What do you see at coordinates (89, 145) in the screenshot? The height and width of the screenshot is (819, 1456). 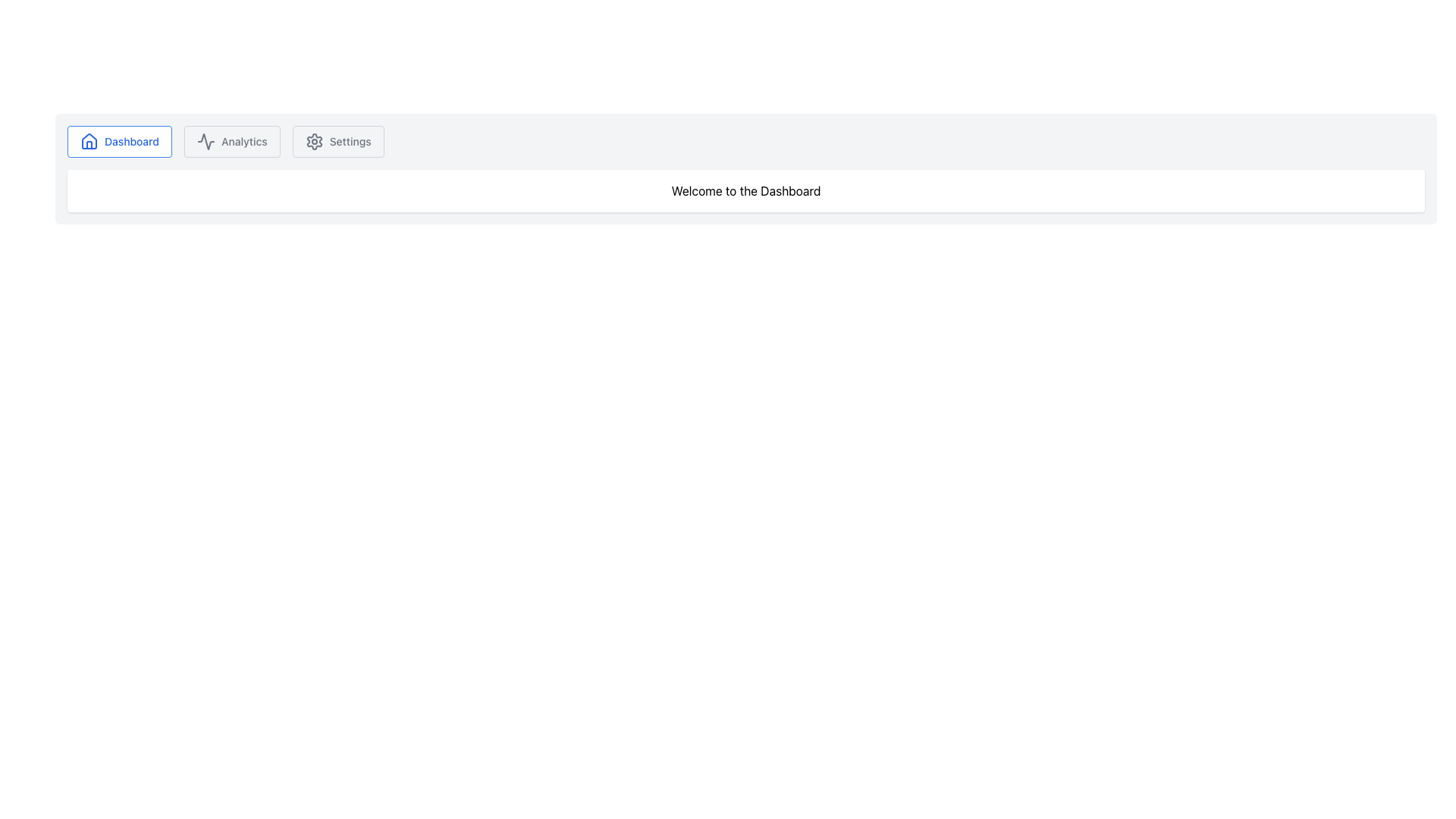 I see `vertical rectangle element that represents the door of the house icon located on the left side of the main navigation bar` at bounding box center [89, 145].